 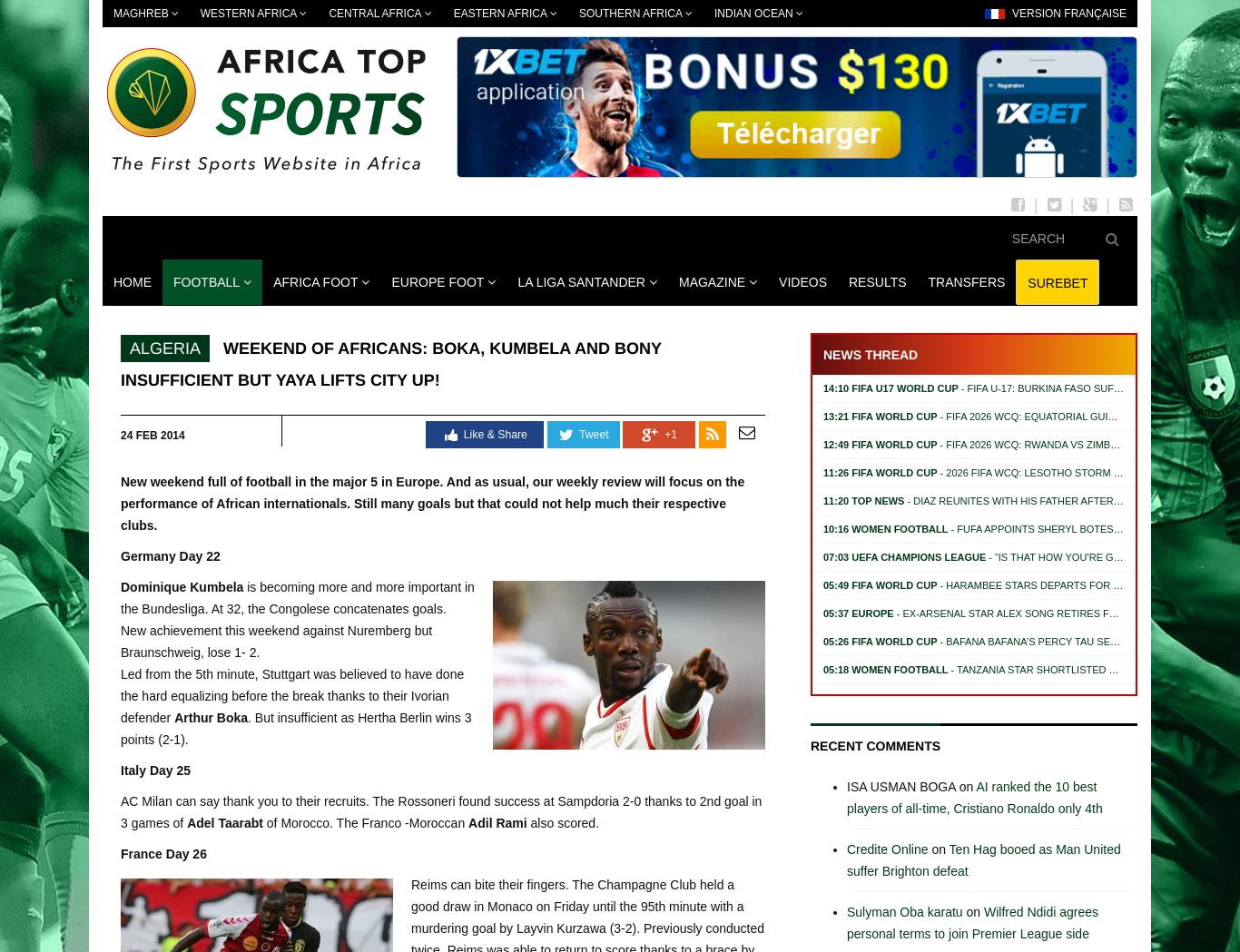 I want to click on 'Transfers', so click(x=965, y=280).